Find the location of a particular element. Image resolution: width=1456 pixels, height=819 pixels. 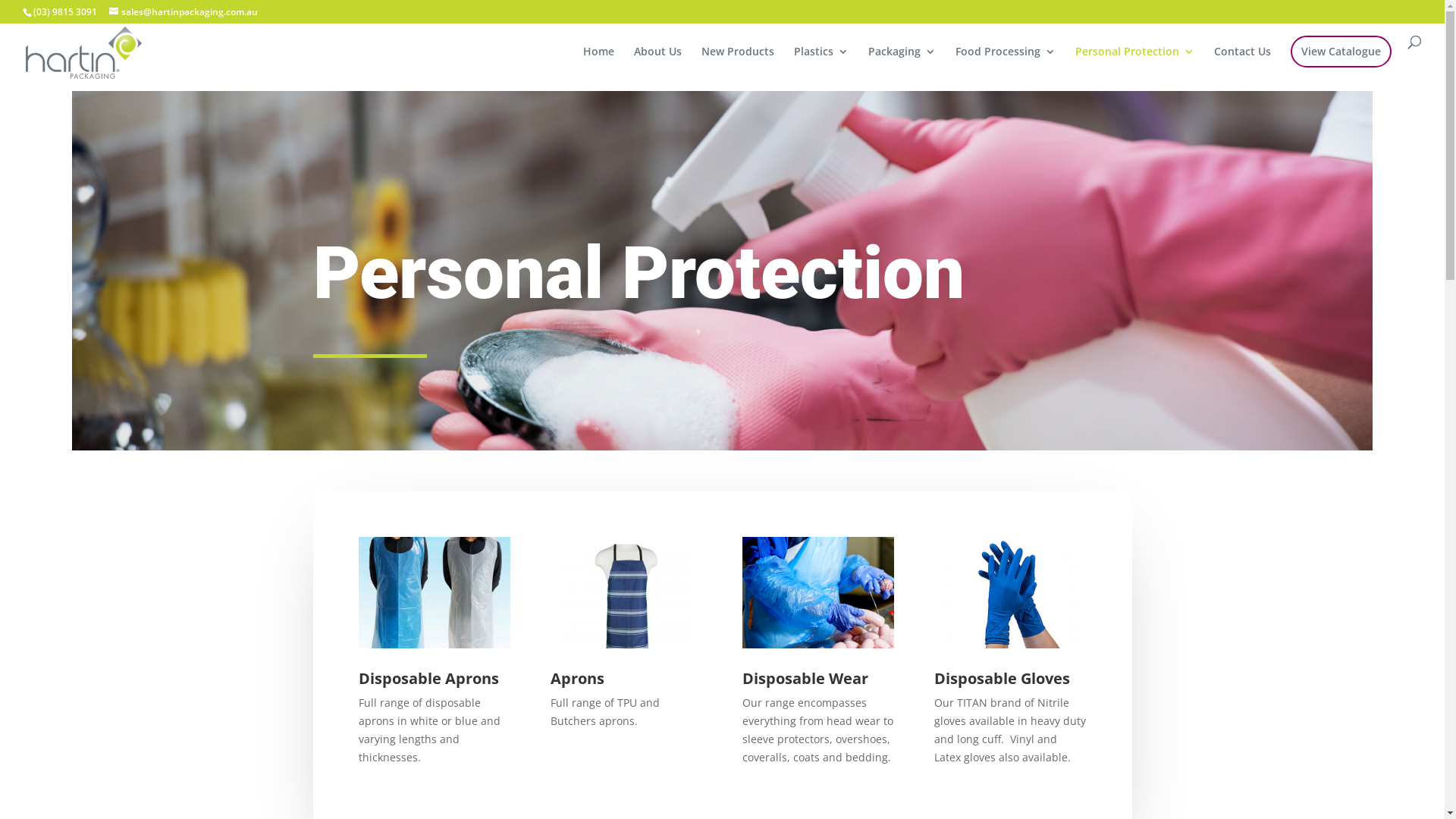

'Aprons' is located at coordinates (549, 677).